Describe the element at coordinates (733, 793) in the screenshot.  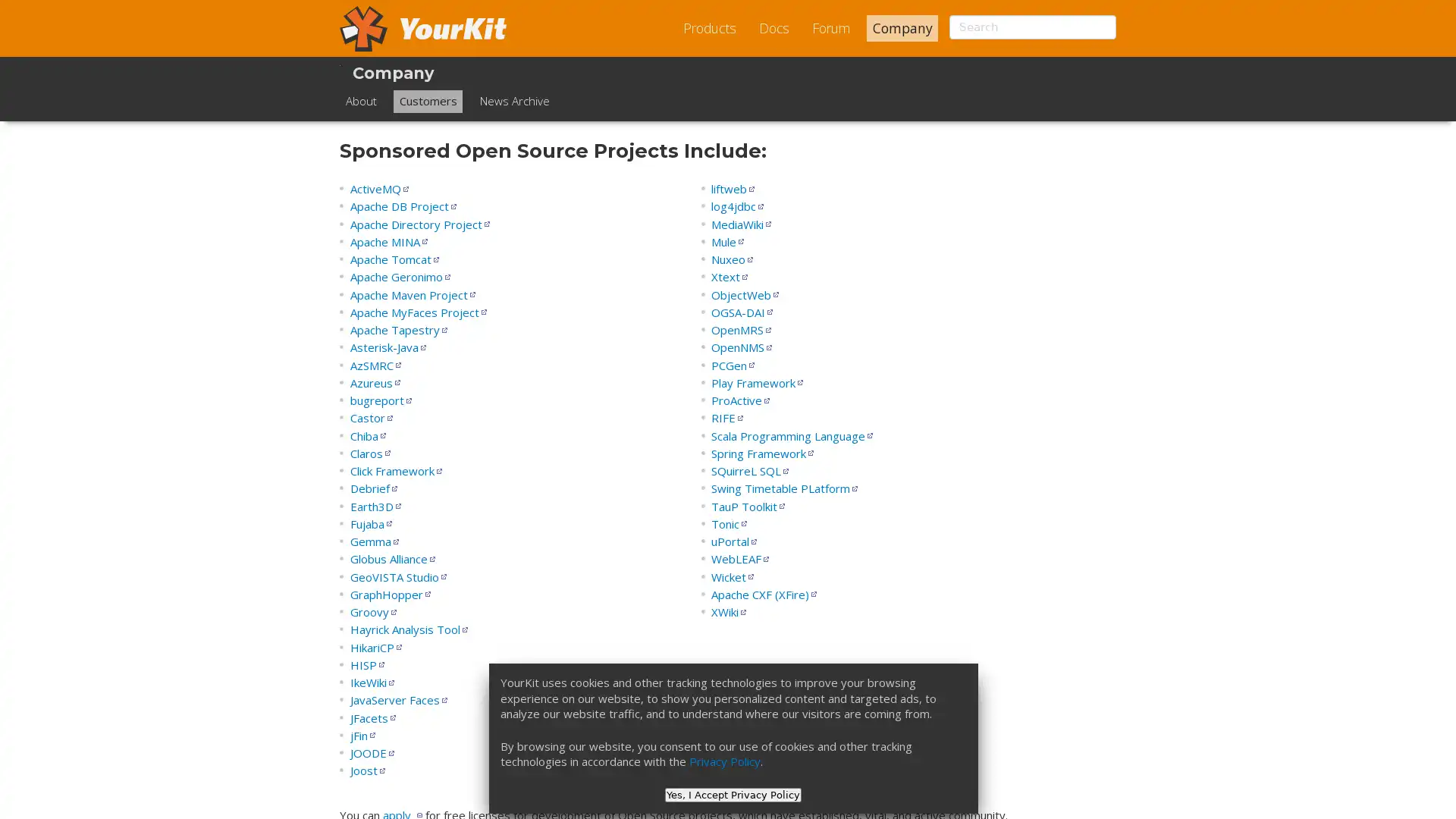
I see `Yes, I Accept Privacy Policy` at that location.